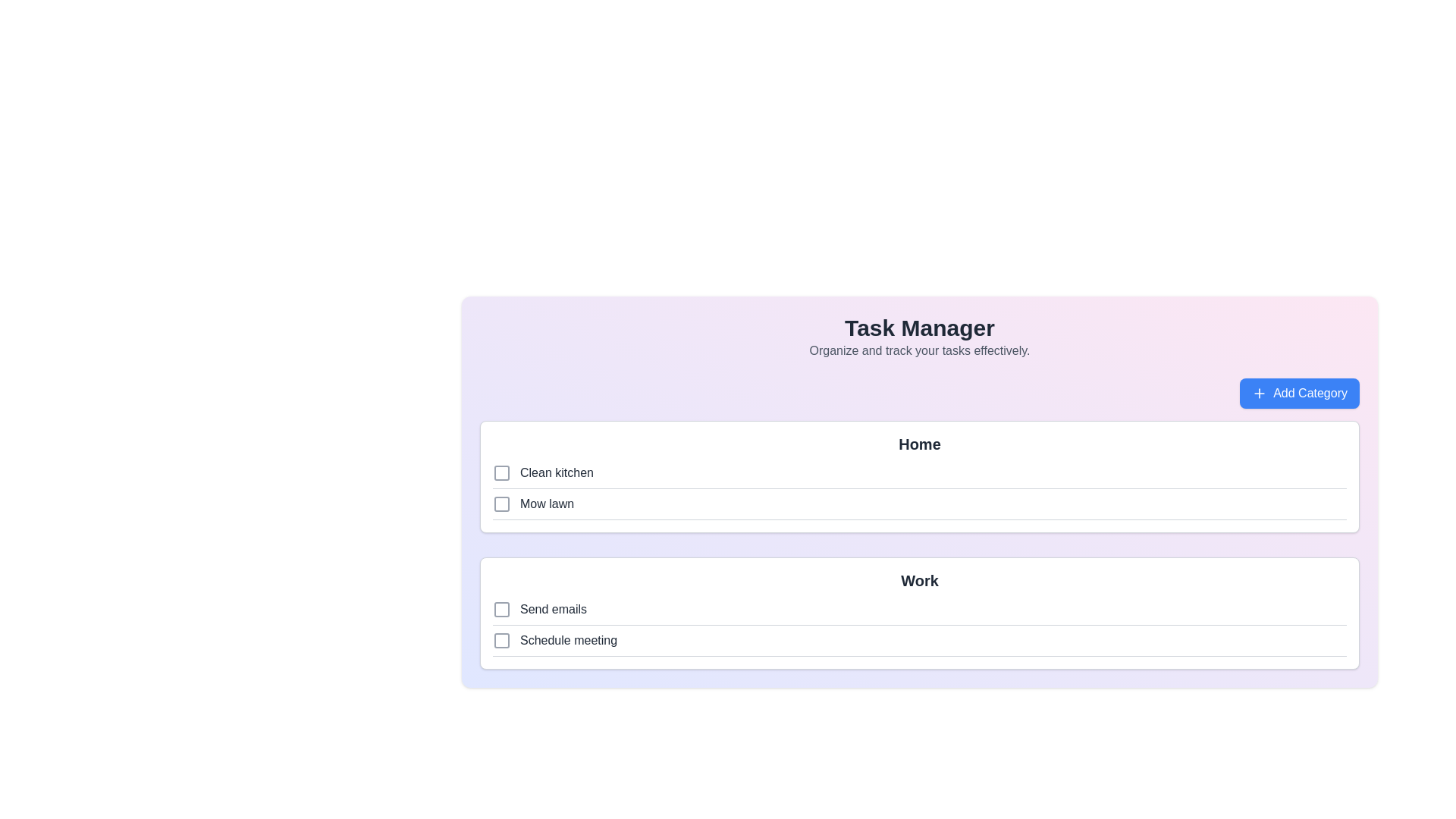 The image size is (1456, 819). What do you see at coordinates (919, 350) in the screenshot?
I see `the text element located directly below the title 'Task Manager', which summarizes the application's functionality` at bounding box center [919, 350].